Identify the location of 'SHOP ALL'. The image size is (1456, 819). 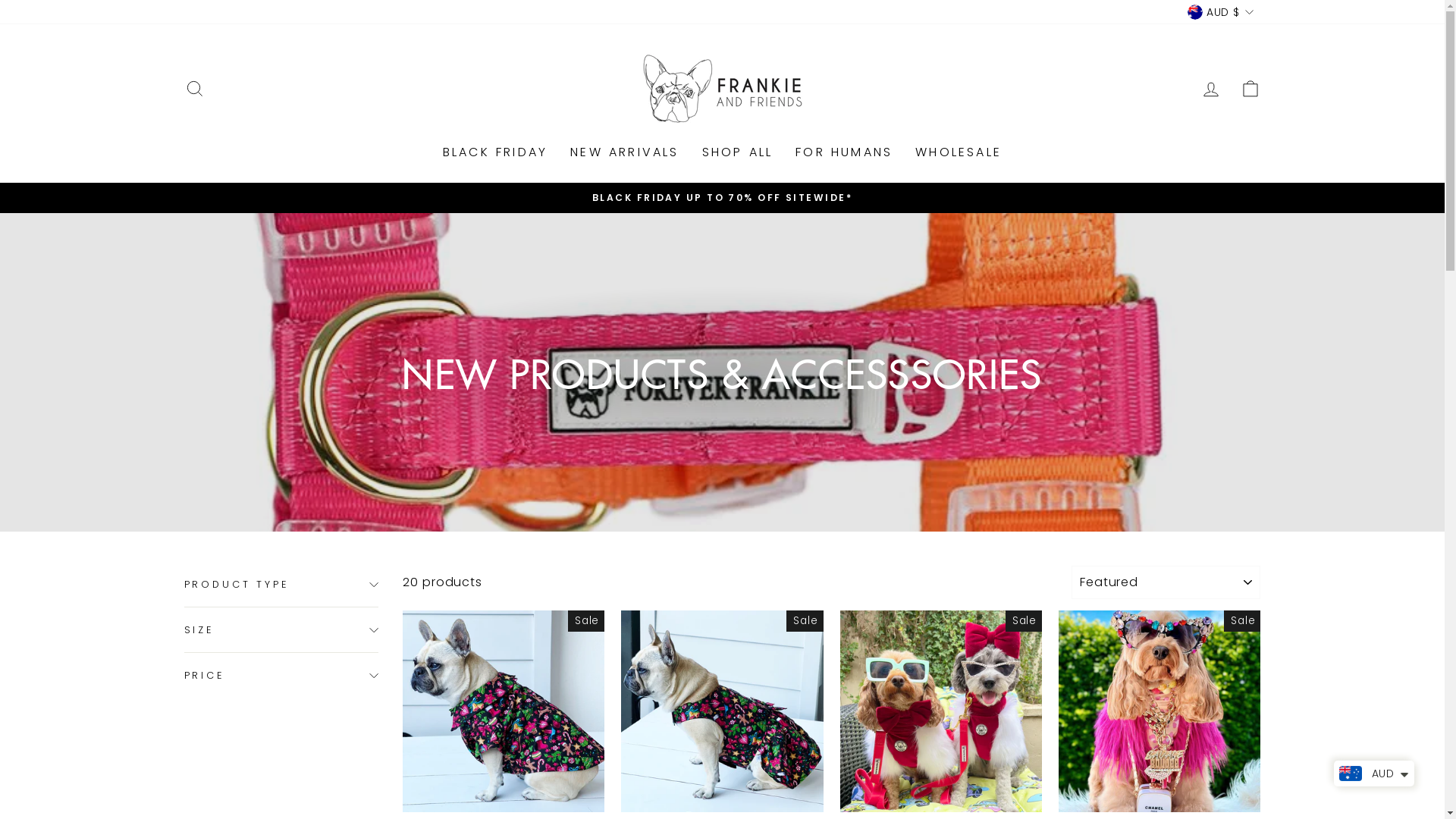
(738, 152).